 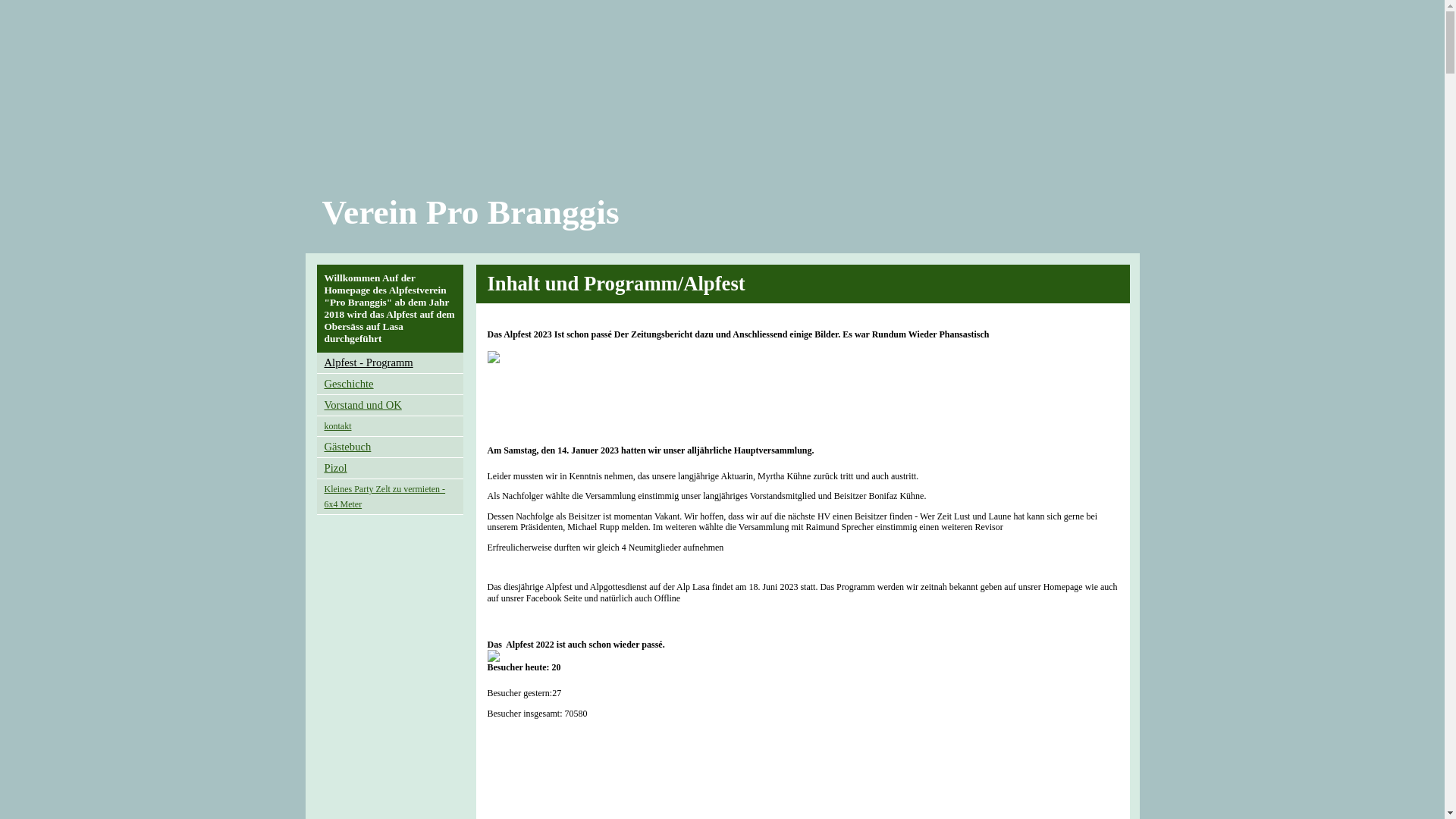 What do you see at coordinates (323, 362) in the screenshot?
I see `'Alpfest - Programm'` at bounding box center [323, 362].